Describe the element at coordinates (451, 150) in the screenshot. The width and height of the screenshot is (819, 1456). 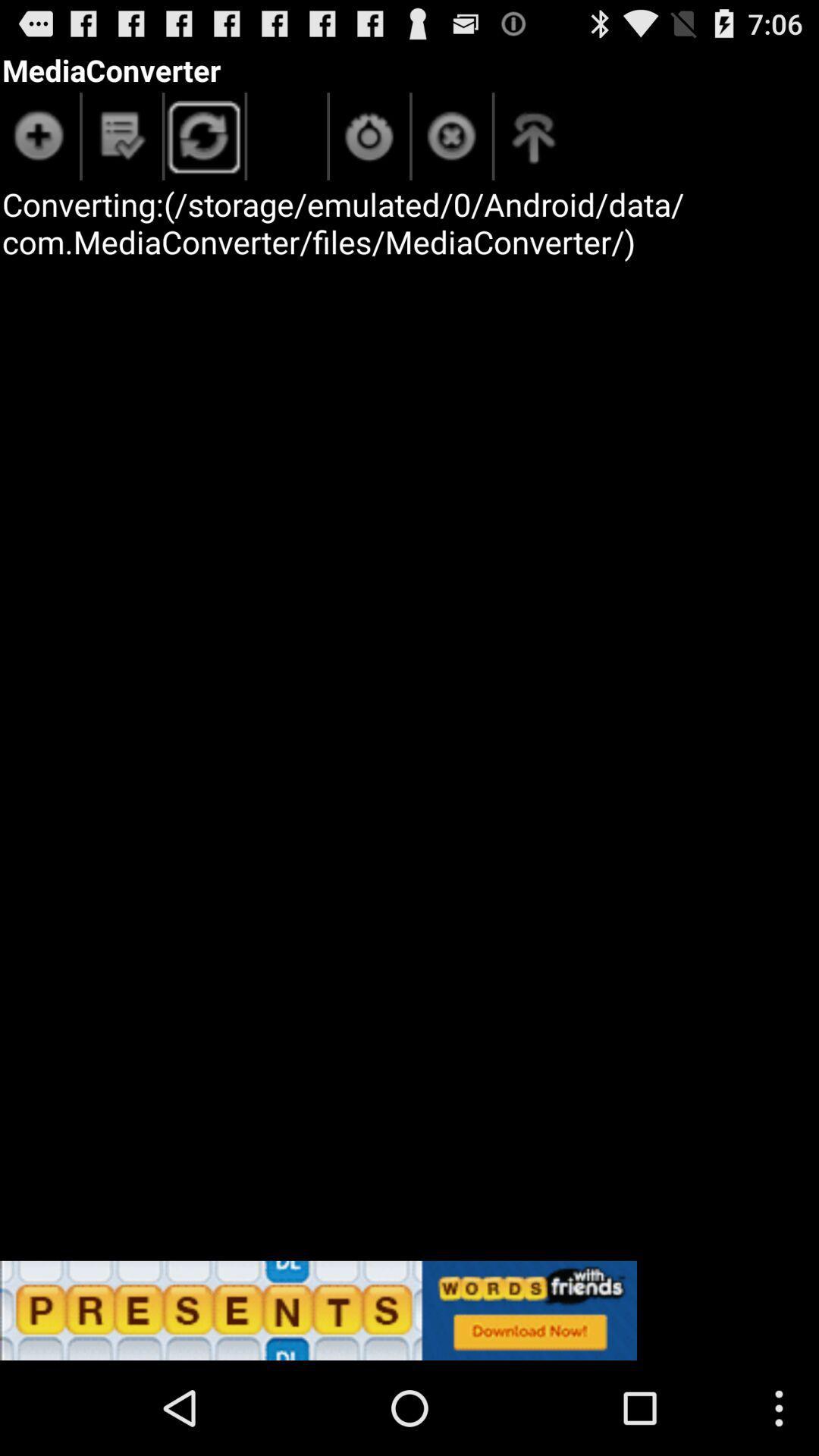
I see `the close icon` at that location.